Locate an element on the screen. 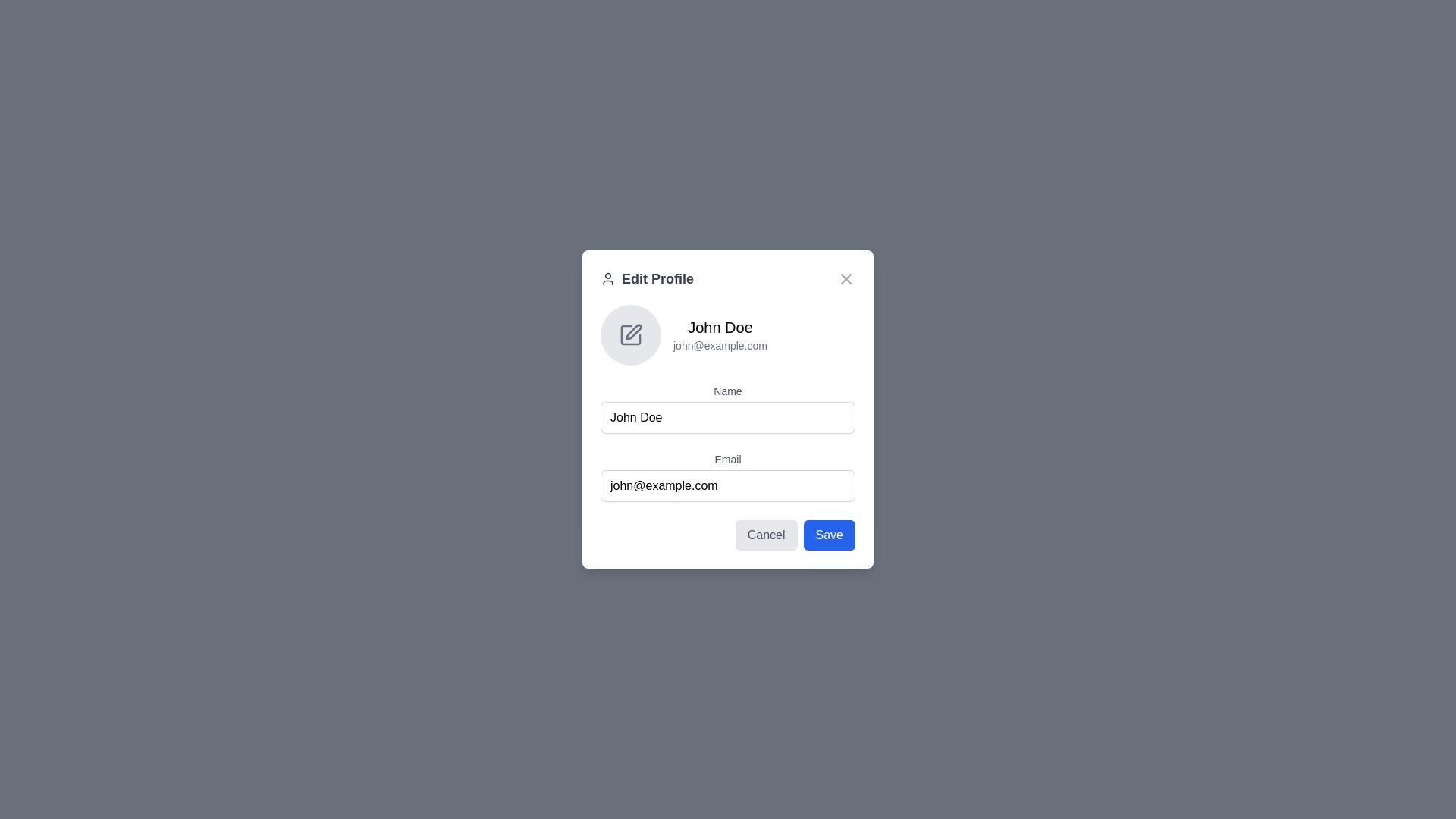 This screenshot has width=1456, height=819. the 'Cancel' button located in the bottom-right section of the modal dialog box is located at coordinates (766, 534).